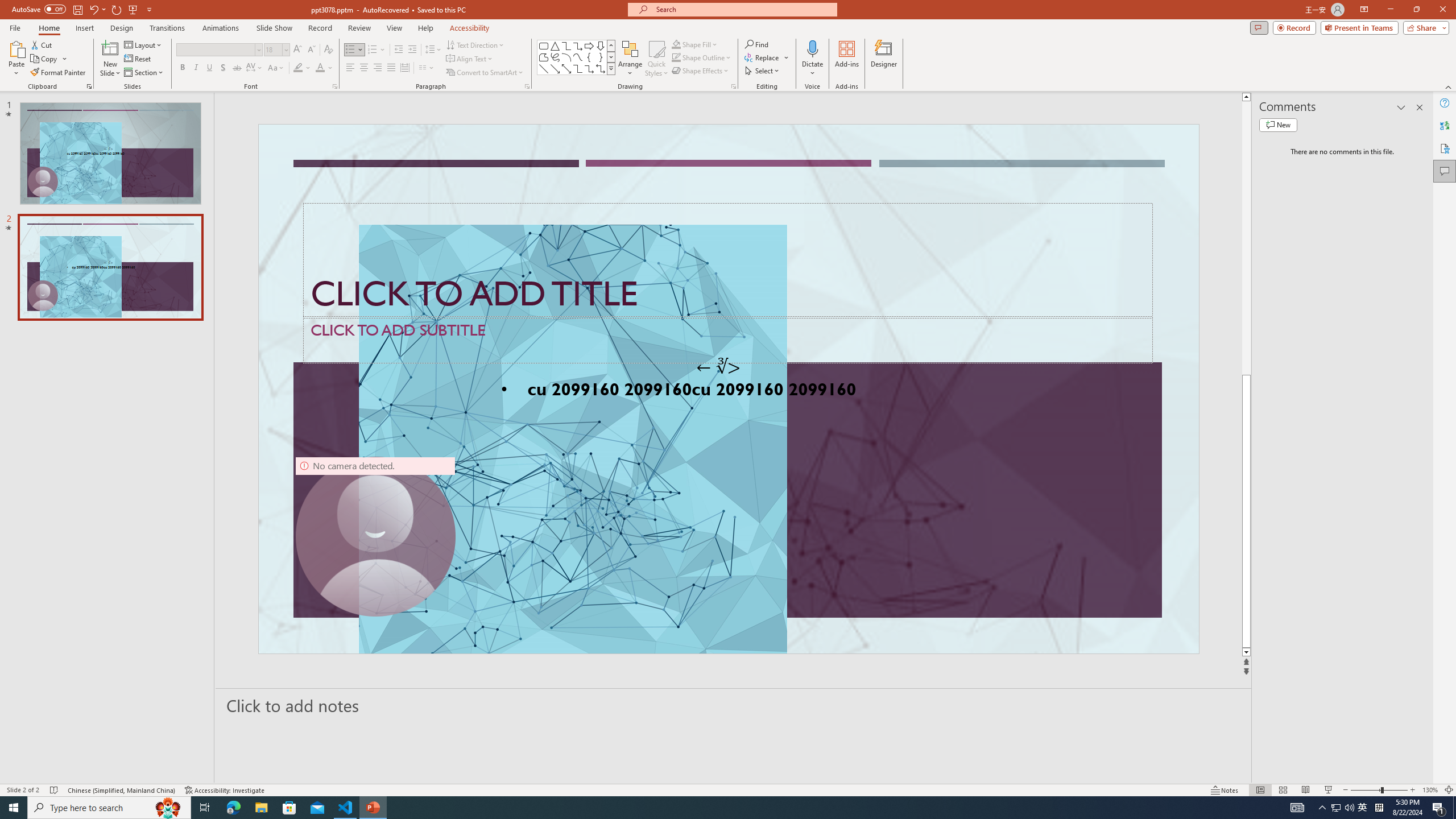  Describe the element at coordinates (350, 49) in the screenshot. I see `'Bullets'` at that location.